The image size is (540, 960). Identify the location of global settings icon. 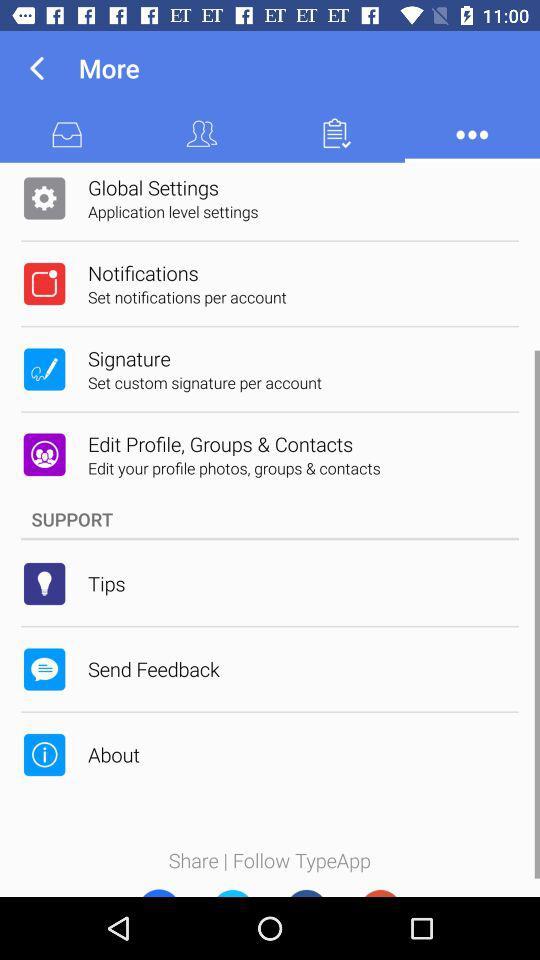
(152, 187).